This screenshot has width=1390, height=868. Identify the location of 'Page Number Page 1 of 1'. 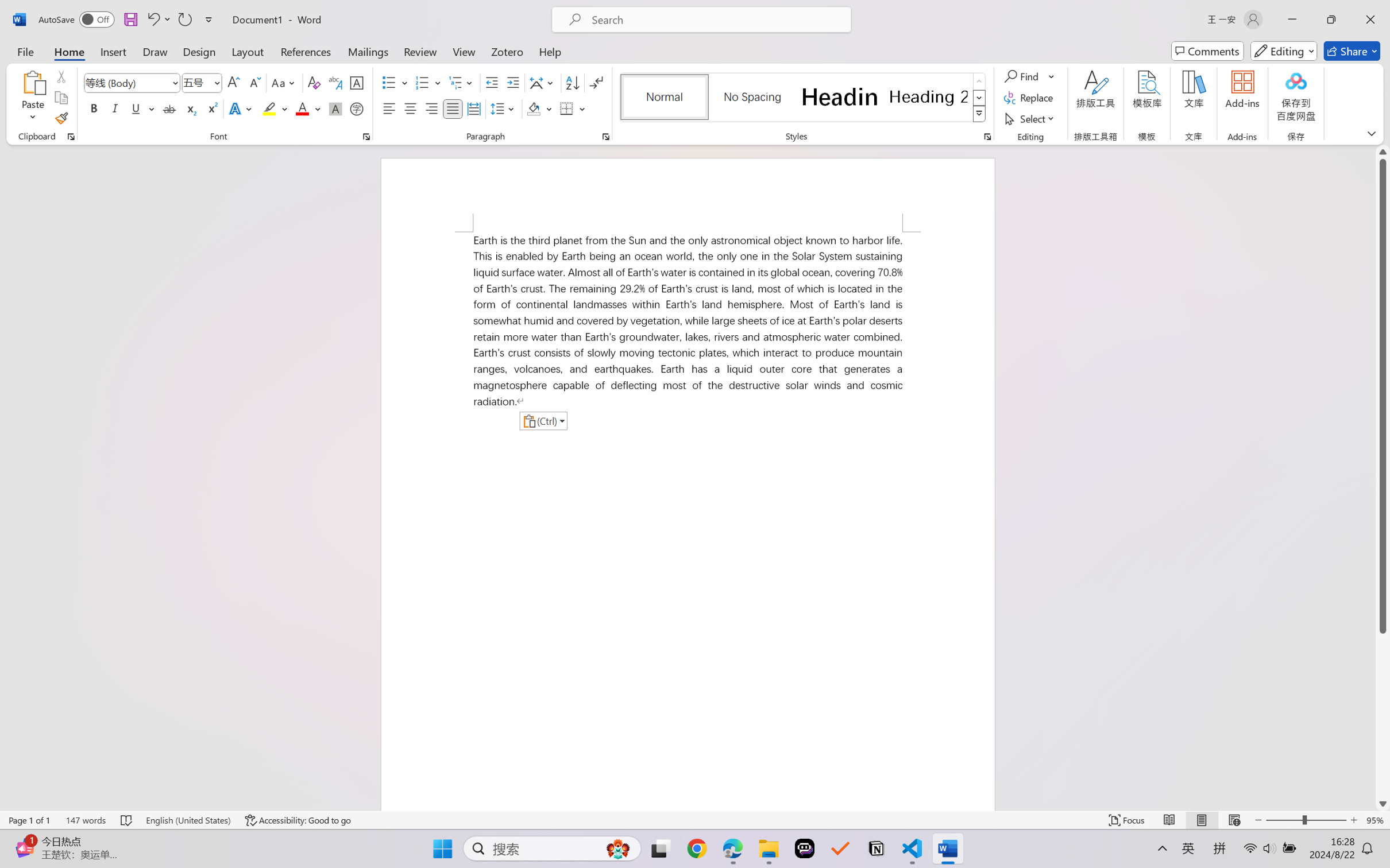
(30, 820).